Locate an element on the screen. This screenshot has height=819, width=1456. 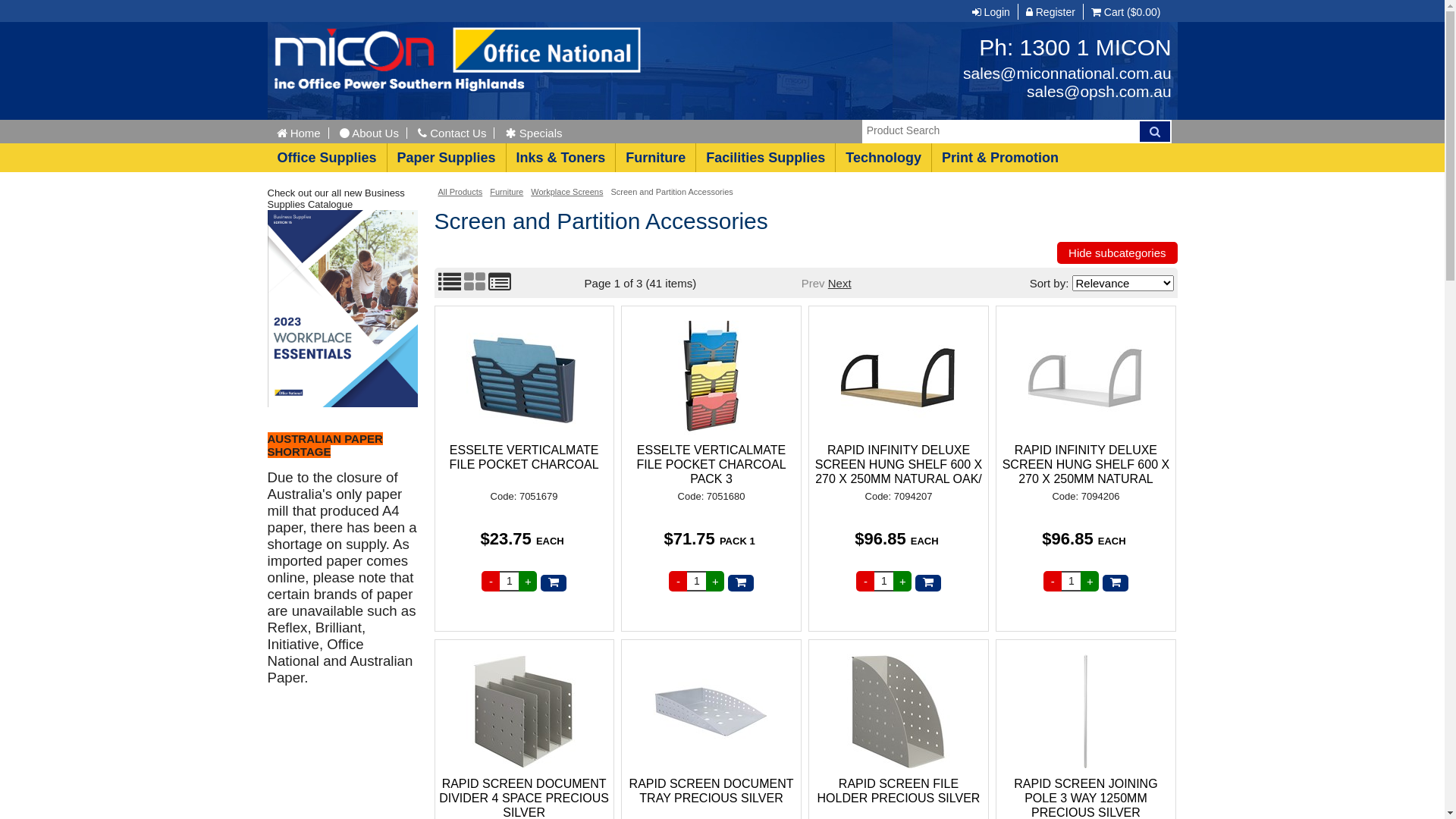
'Increase quantity' is located at coordinates (1088, 580).